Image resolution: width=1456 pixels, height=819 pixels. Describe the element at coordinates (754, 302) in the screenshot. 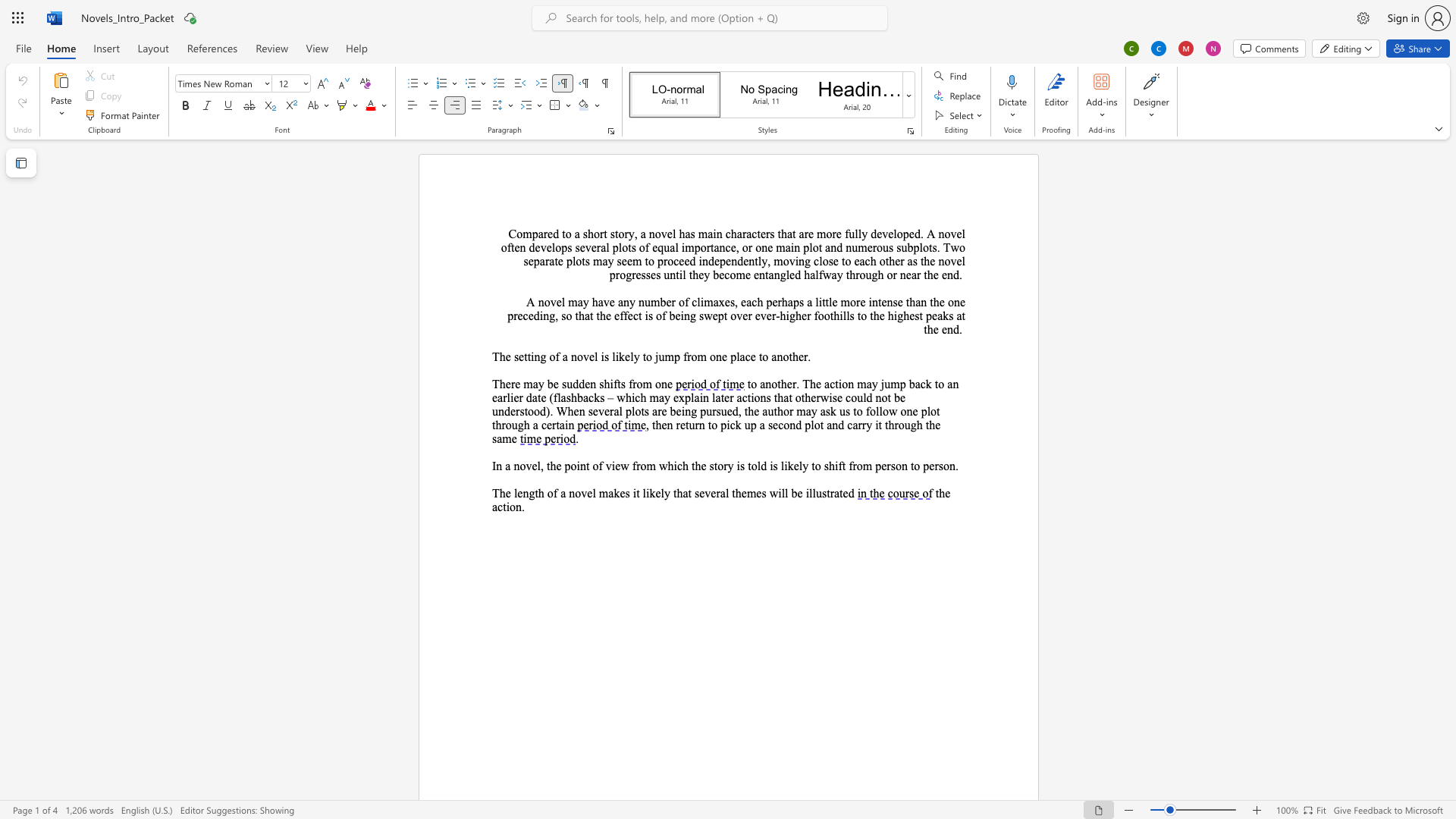

I see `the 2th character "c" in the text` at that location.